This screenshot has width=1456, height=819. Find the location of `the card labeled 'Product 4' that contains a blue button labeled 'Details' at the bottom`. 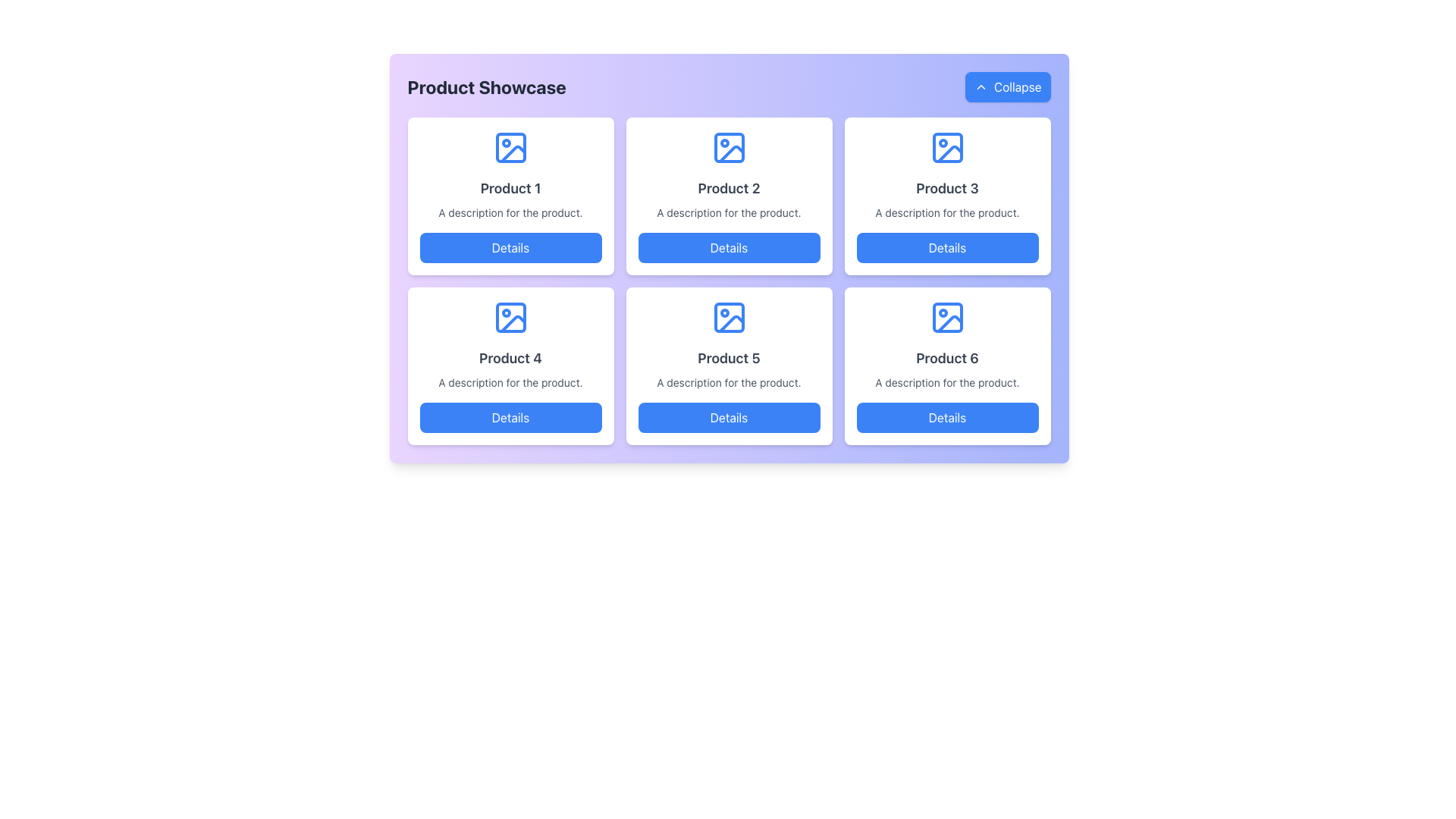

the card labeled 'Product 4' that contains a blue button labeled 'Details' at the bottom is located at coordinates (510, 366).